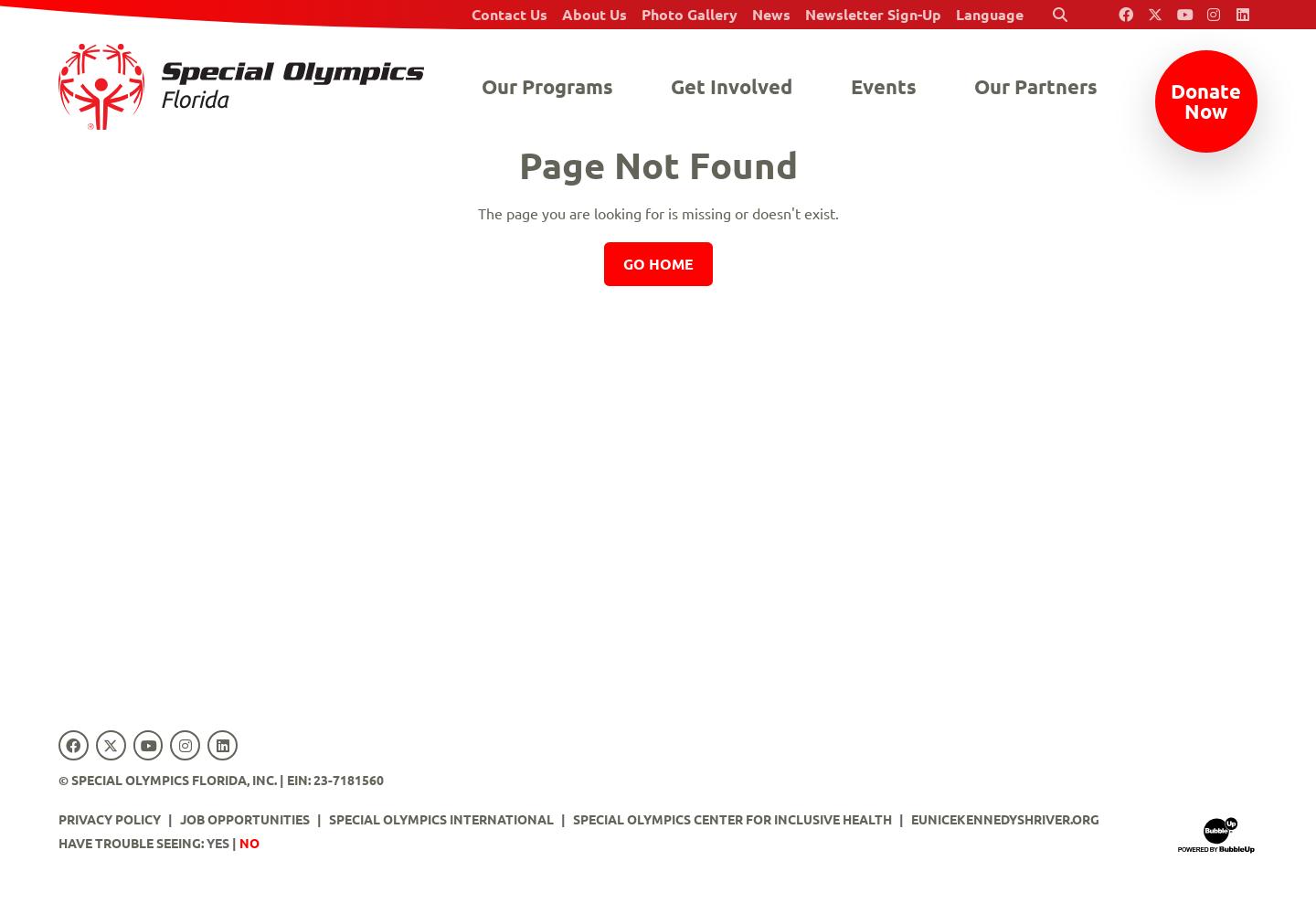  Describe the element at coordinates (58, 843) in the screenshot. I see `'Have Trouble Seeing:'` at that location.